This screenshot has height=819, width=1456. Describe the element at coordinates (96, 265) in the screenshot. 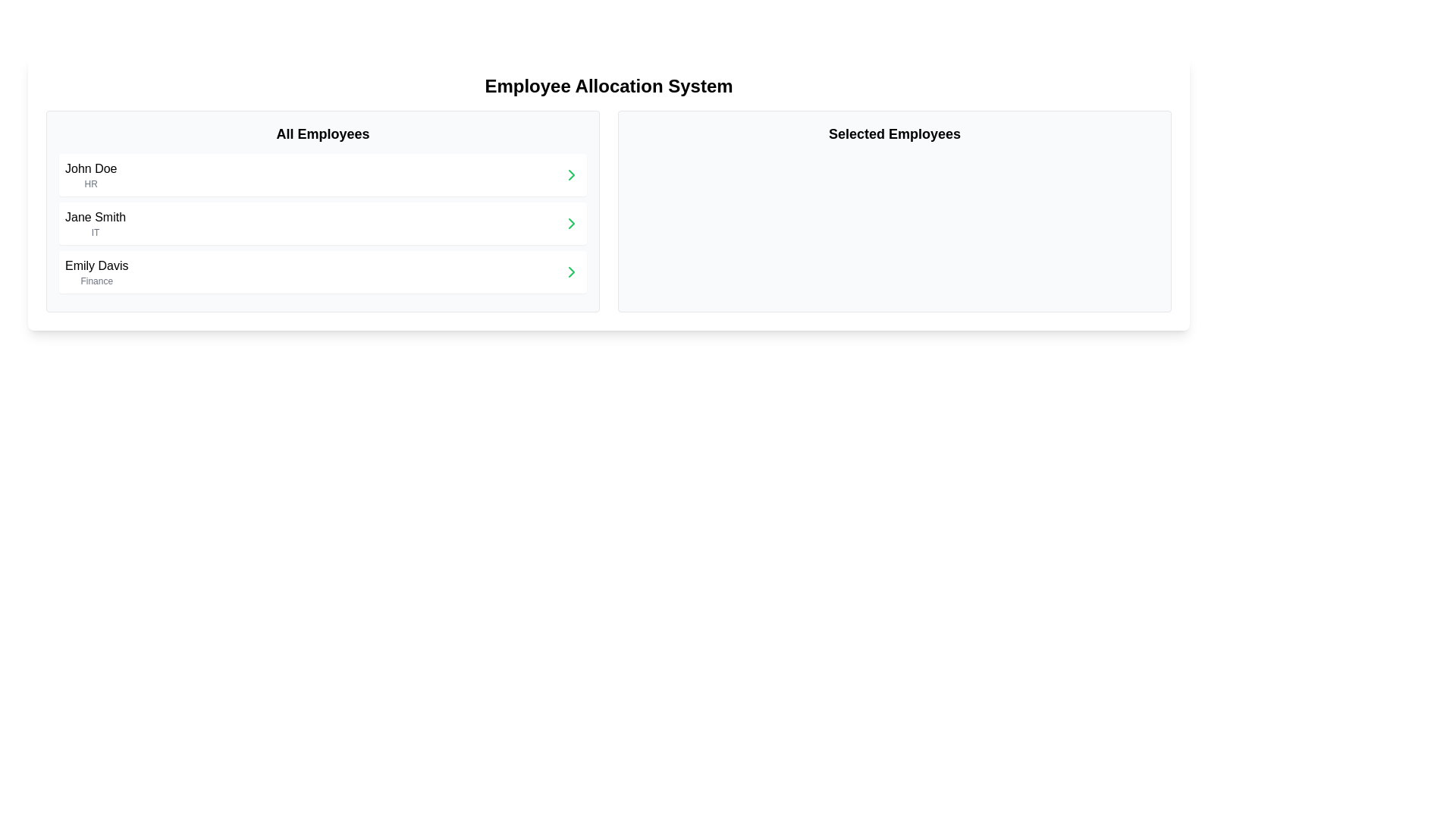

I see `the text label displaying 'Emily Davis', which is the third entry` at that location.